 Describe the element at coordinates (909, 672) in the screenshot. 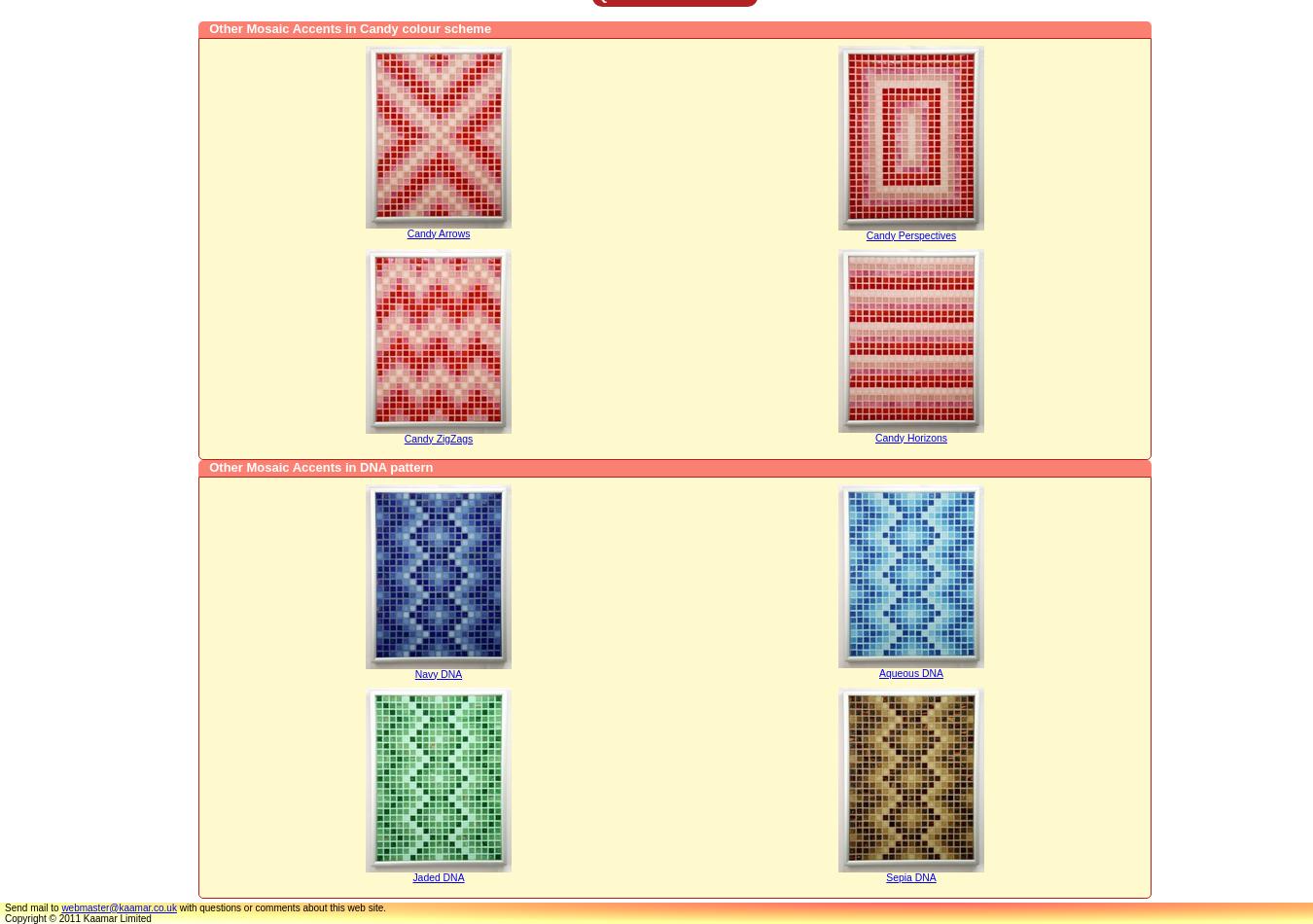

I see `'Aqueous DNA'` at that location.